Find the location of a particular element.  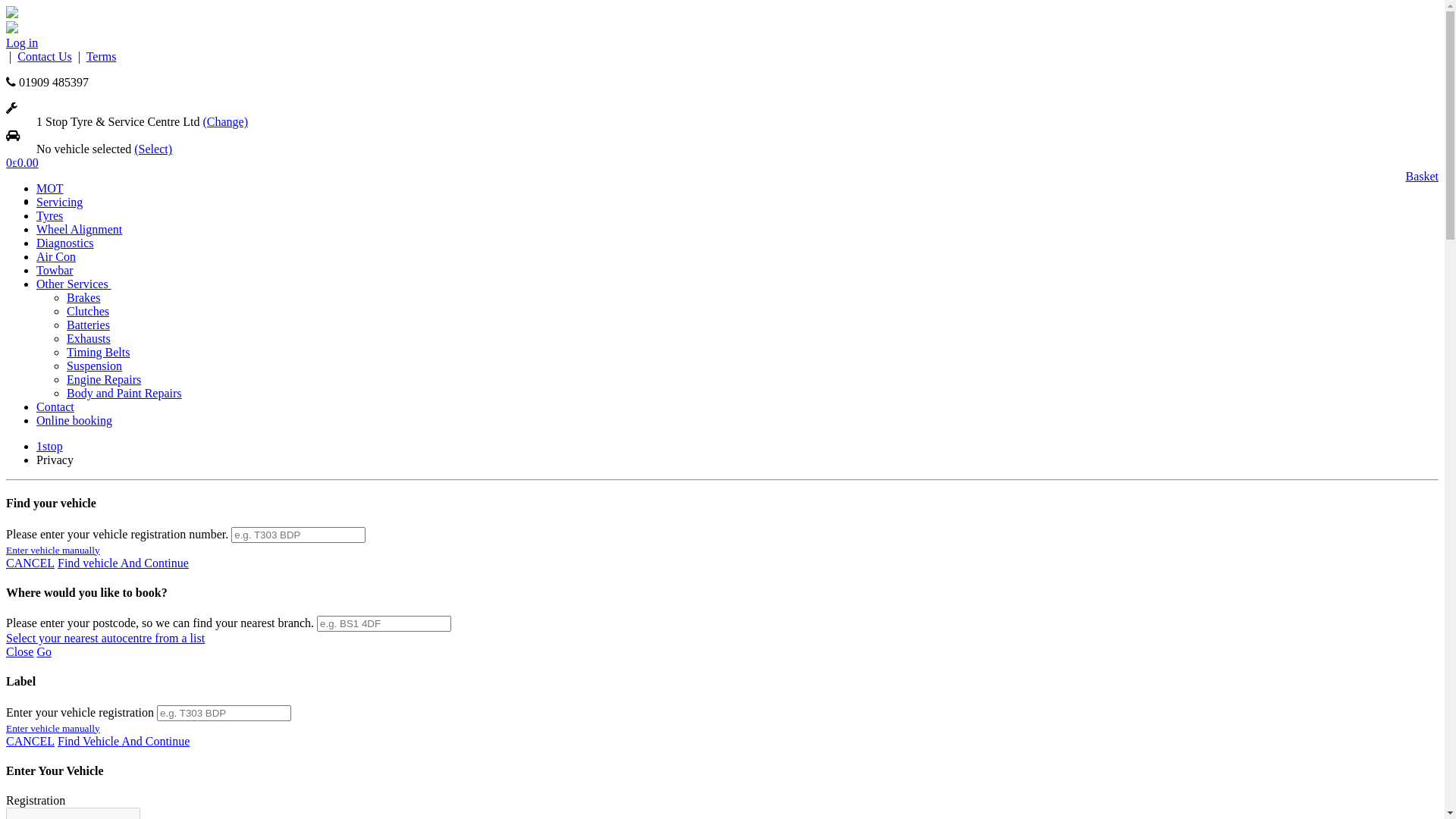

'Online booking' is located at coordinates (73, 420).